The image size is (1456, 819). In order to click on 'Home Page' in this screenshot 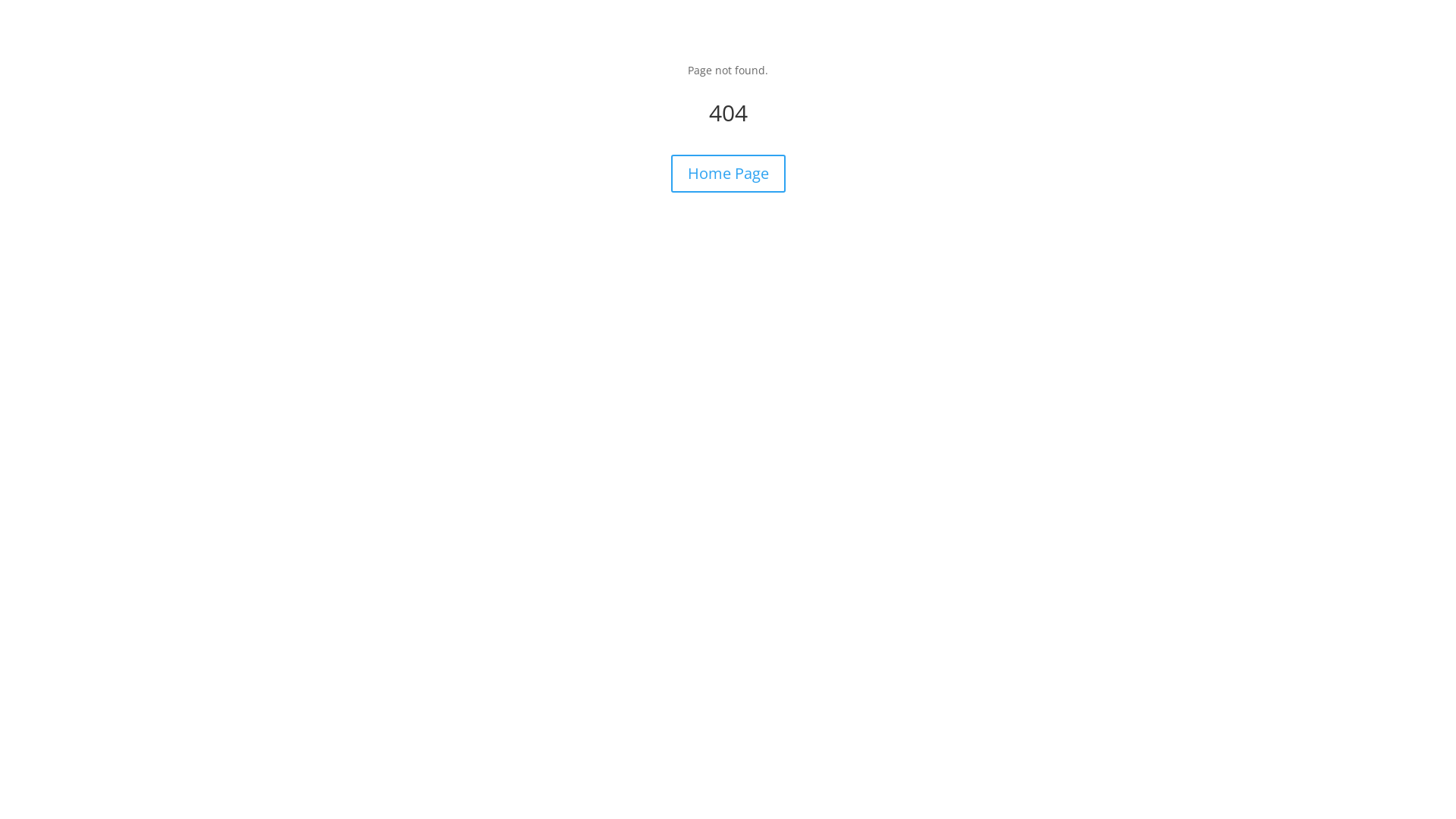, I will do `click(726, 172)`.